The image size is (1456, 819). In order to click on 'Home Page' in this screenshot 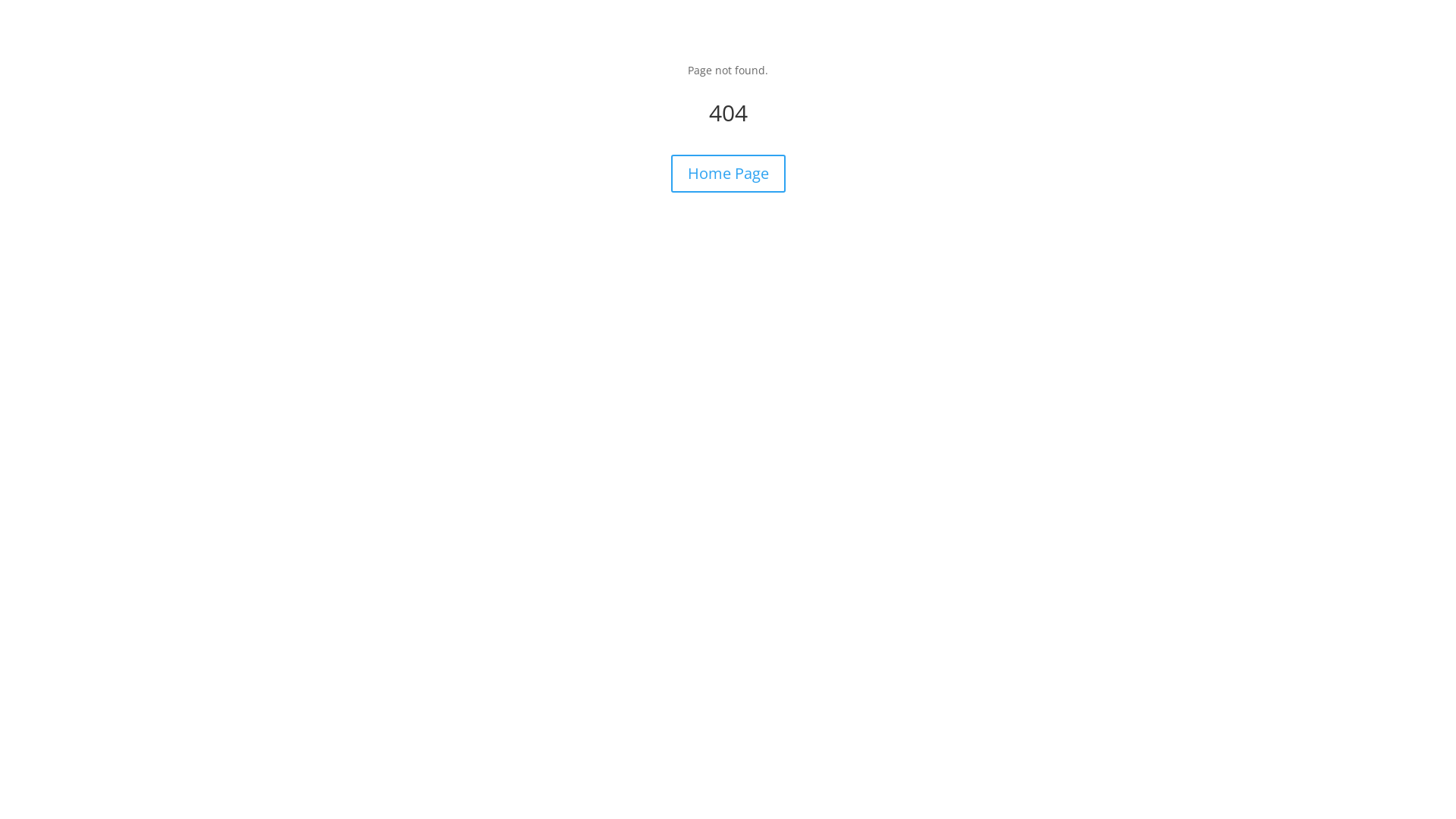, I will do `click(726, 172)`.